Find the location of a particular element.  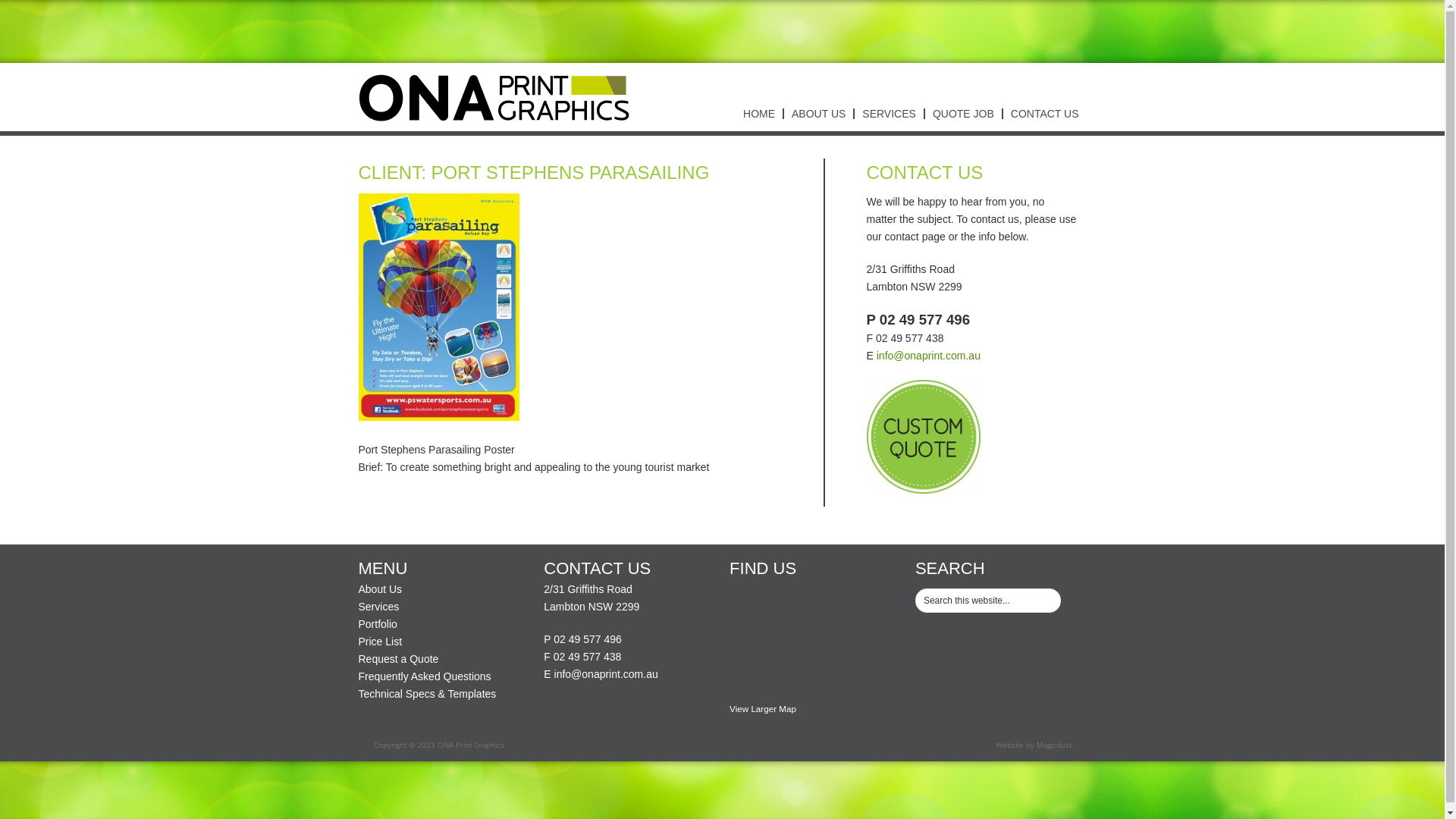

'Frequently Asked Questions' is located at coordinates (424, 675).